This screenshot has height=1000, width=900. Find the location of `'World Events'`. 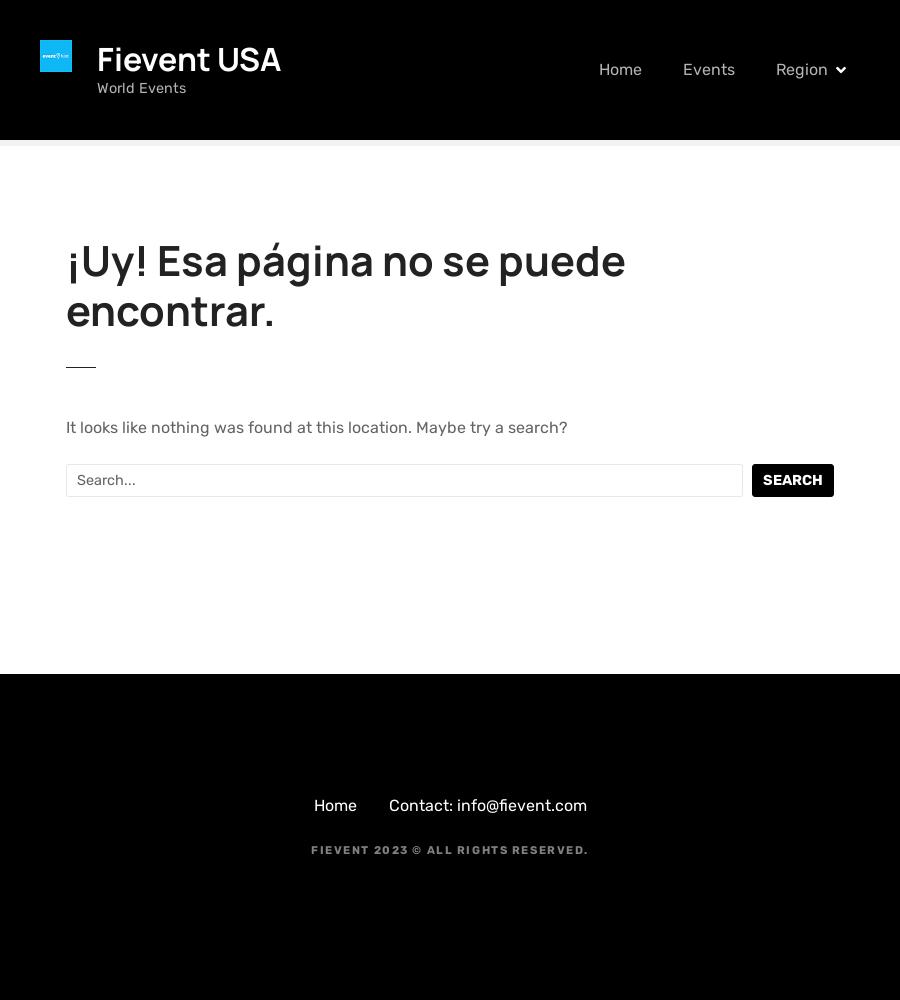

'World Events' is located at coordinates (141, 87).